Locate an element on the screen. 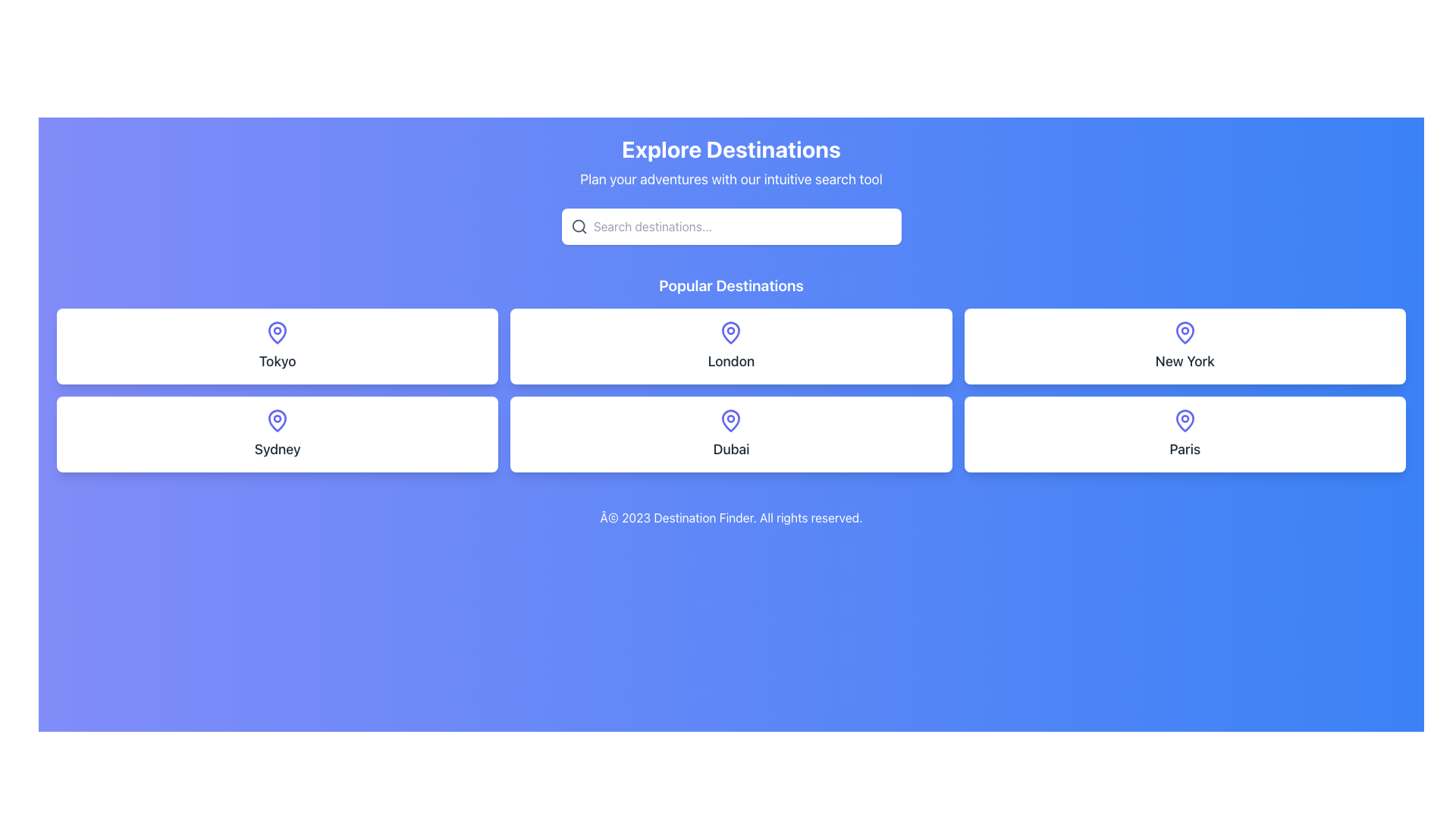  the magnifying glass icon located on the left side of the search bar, which is positioned below the 'Explore Destinations' header is located at coordinates (578, 227).